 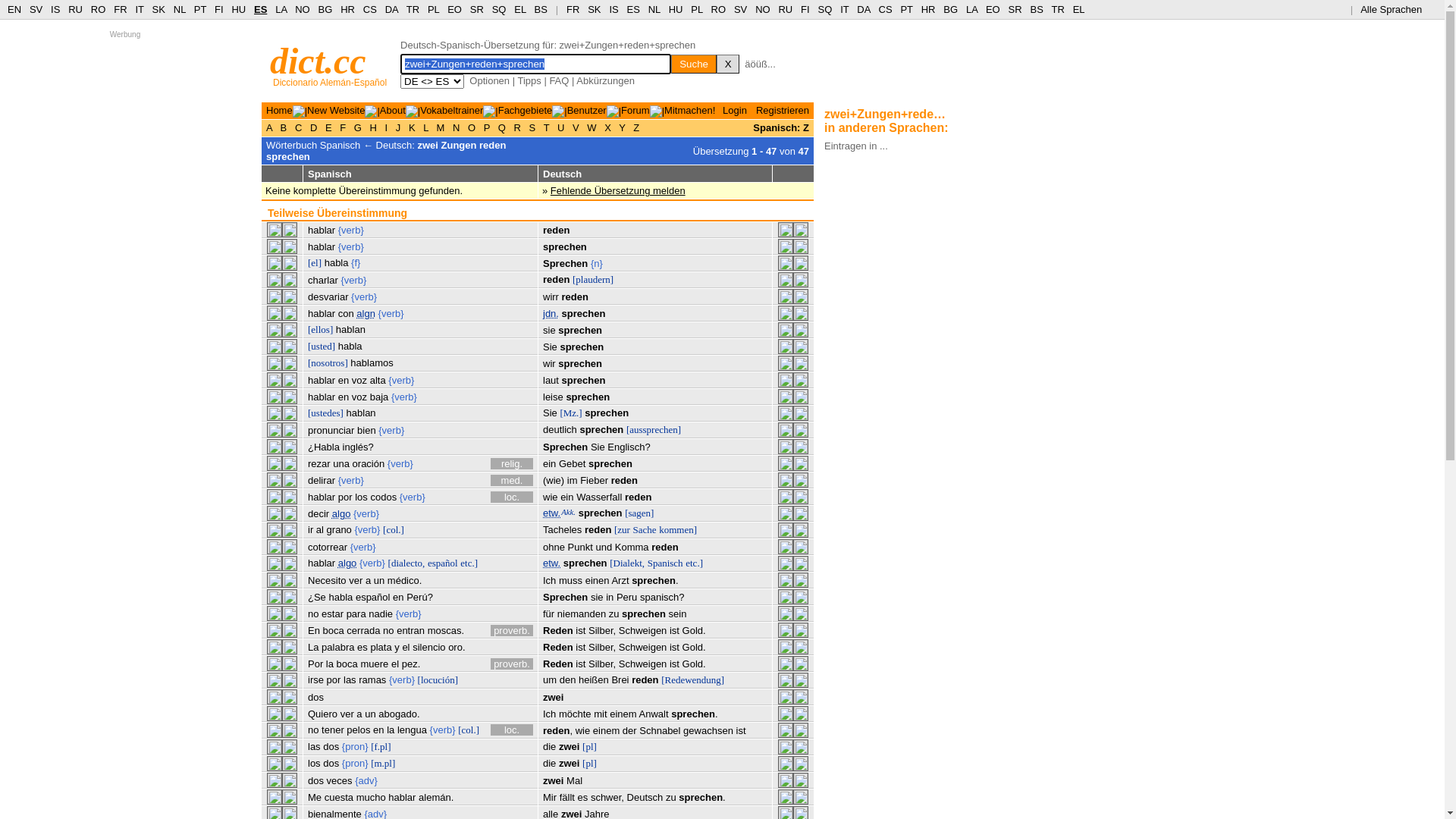 I want to click on 'SR', so click(x=475, y=9).